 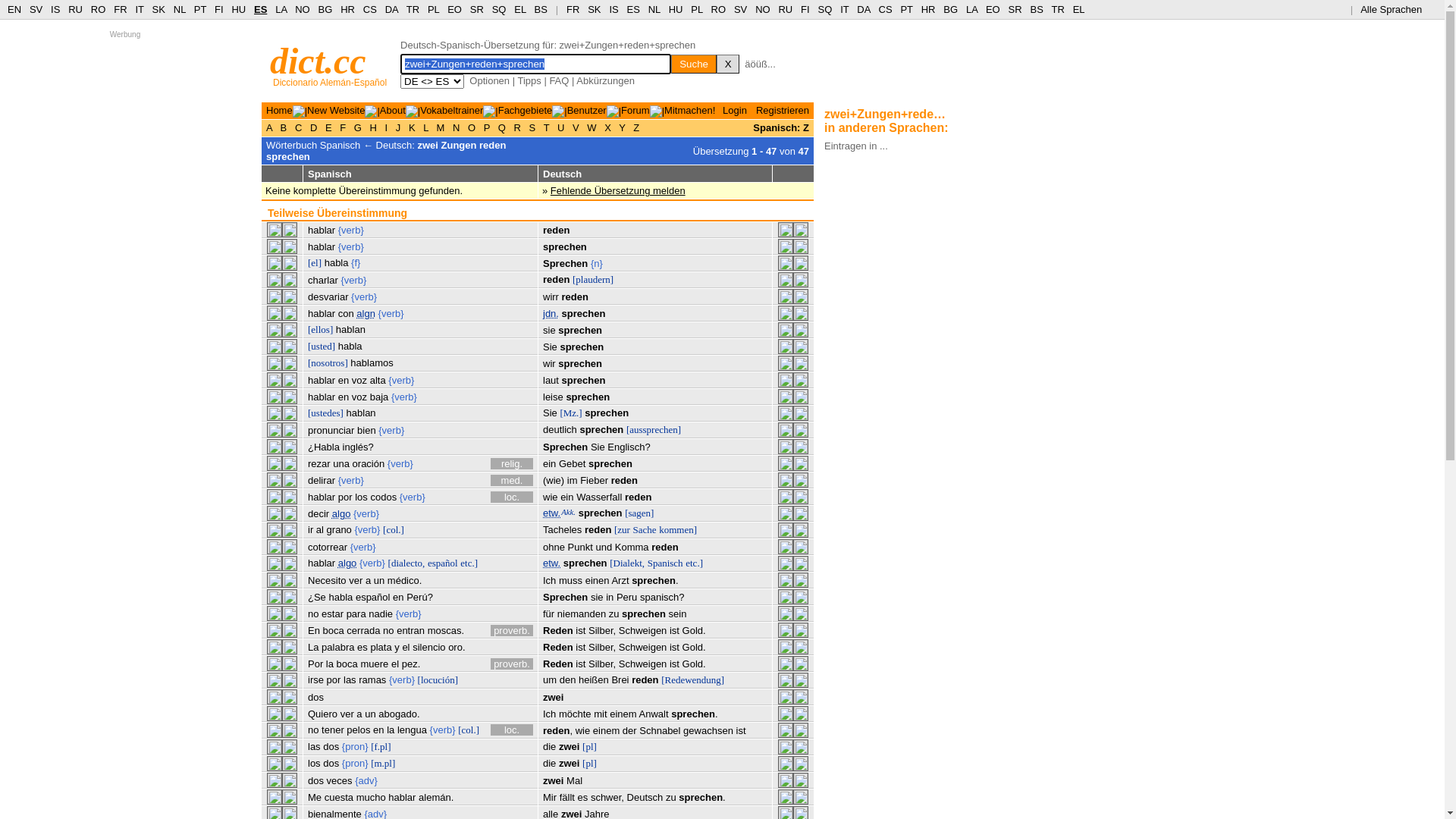 I want to click on 'SR', so click(x=475, y=9).